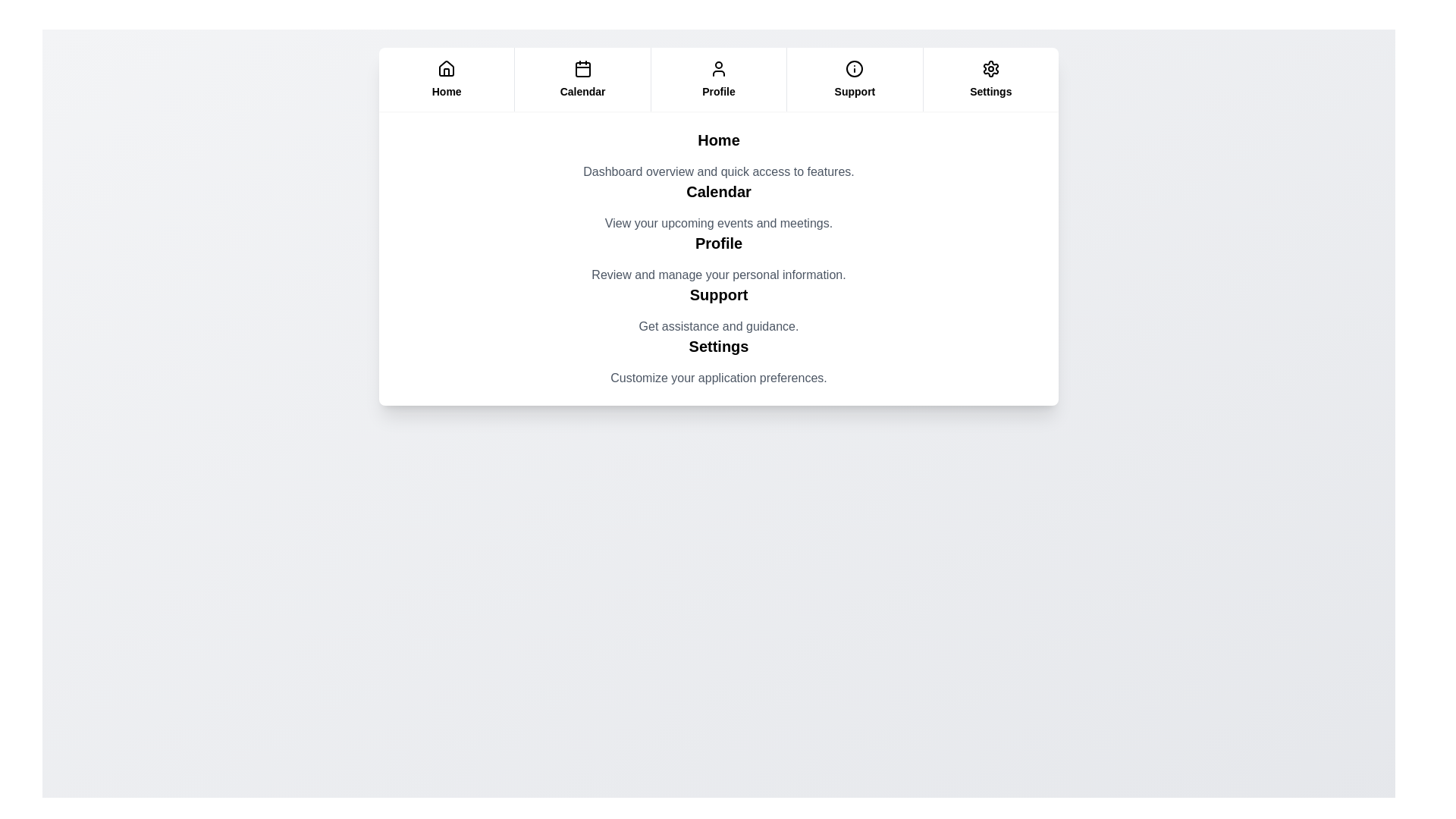 This screenshot has height=819, width=1456. What do you see at coordinates (718, 362) in the screenshot?
I see `the 'Settings' text block element to focus on it, which contains the title 'Settings' and the description 'Customize your application preferences.' It is the fifth section in the vertical list` at bounding box center [718, 362].